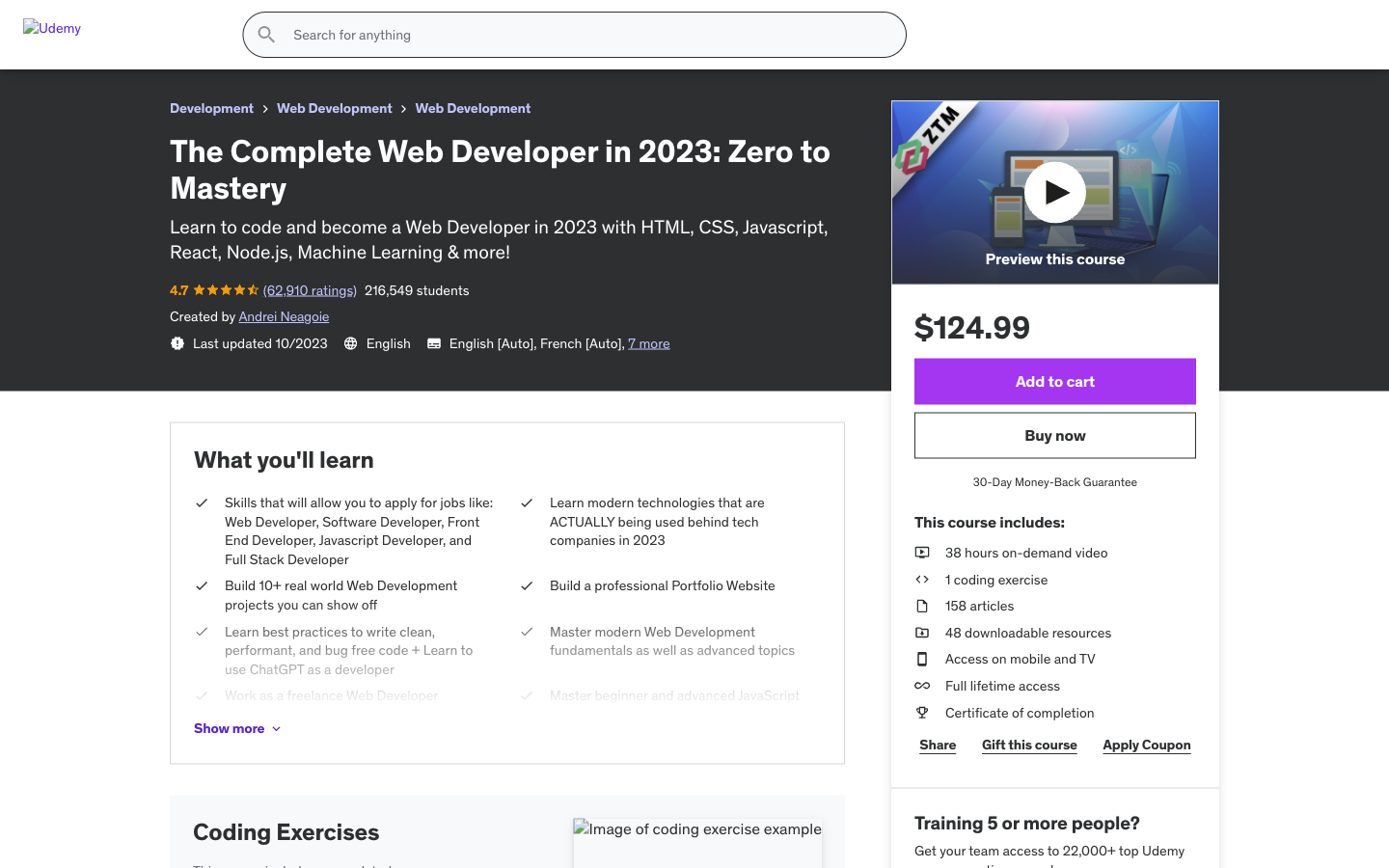 The width and height of the screenshot is (1389, 868). What do you see at coordinates (803, 702) in the screenshot?
I see `enlarge the image to see the clothes in detail` at bounding box center [803, 702].